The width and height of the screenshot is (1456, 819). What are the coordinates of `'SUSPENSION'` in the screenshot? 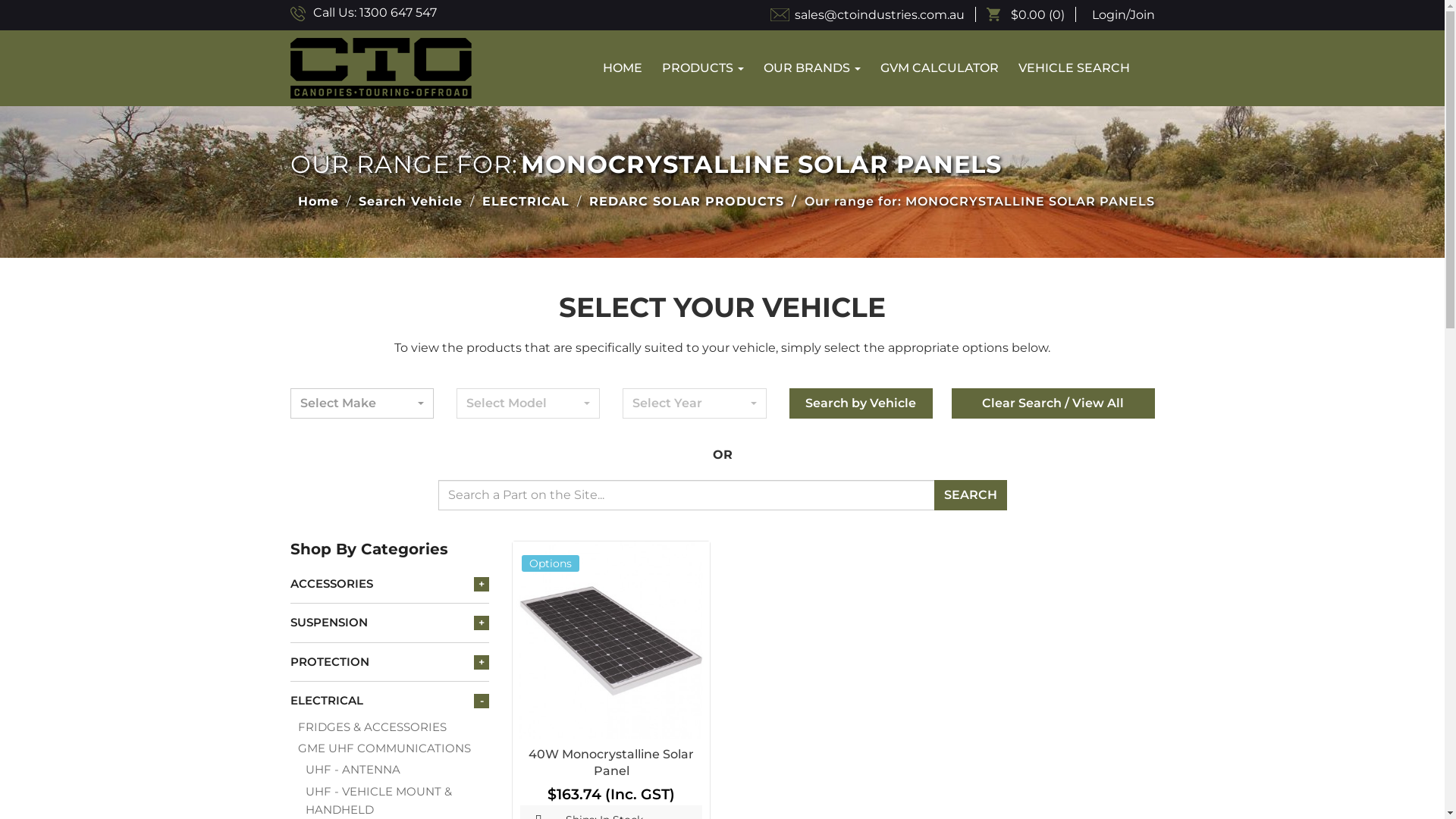 It's located at (290, 623).